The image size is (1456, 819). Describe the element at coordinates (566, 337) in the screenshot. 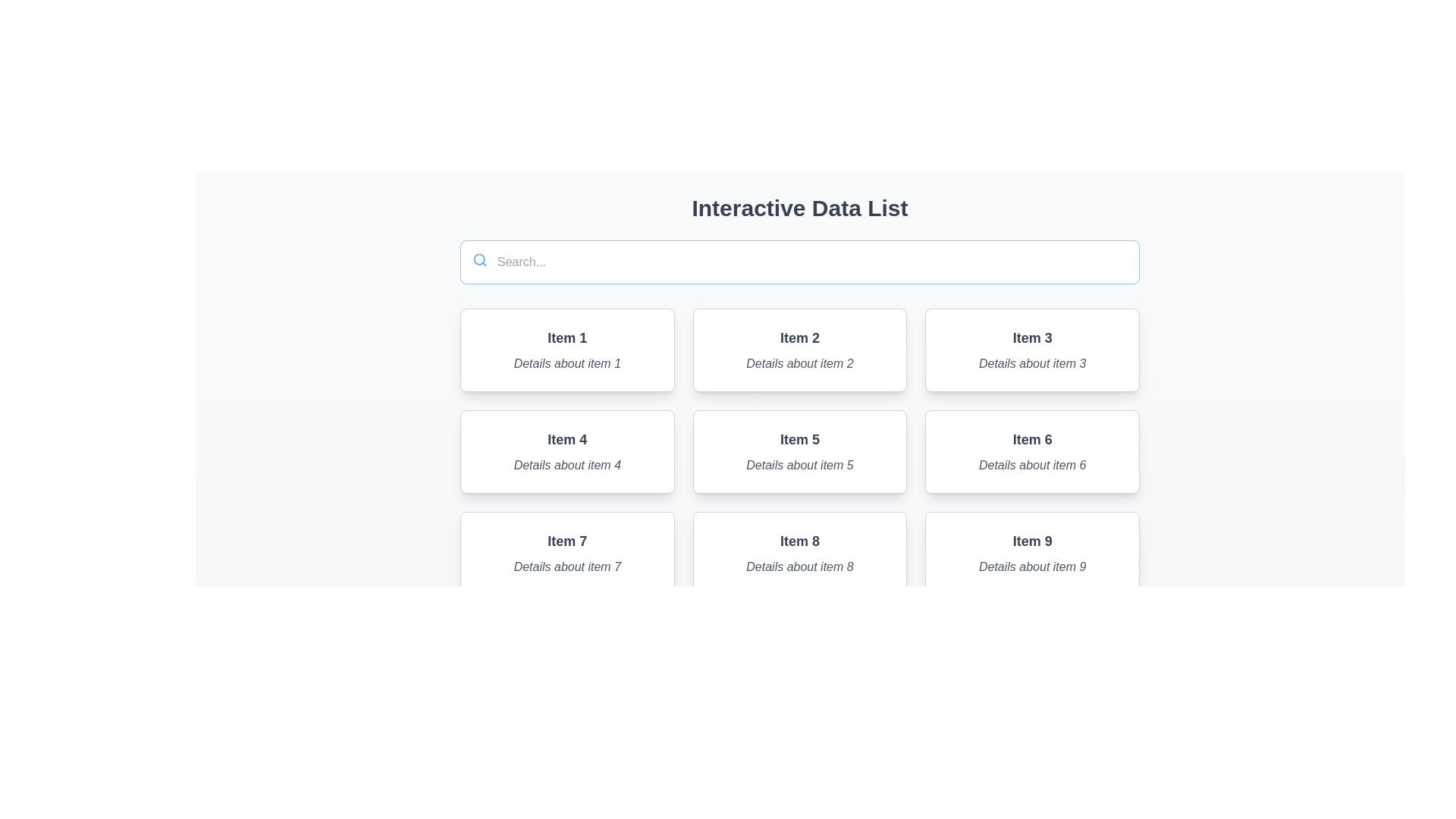

I see `the title text label of the card component that serves as an identifier for the card's information, positioned at the top of the card in a grid layout` at that location.